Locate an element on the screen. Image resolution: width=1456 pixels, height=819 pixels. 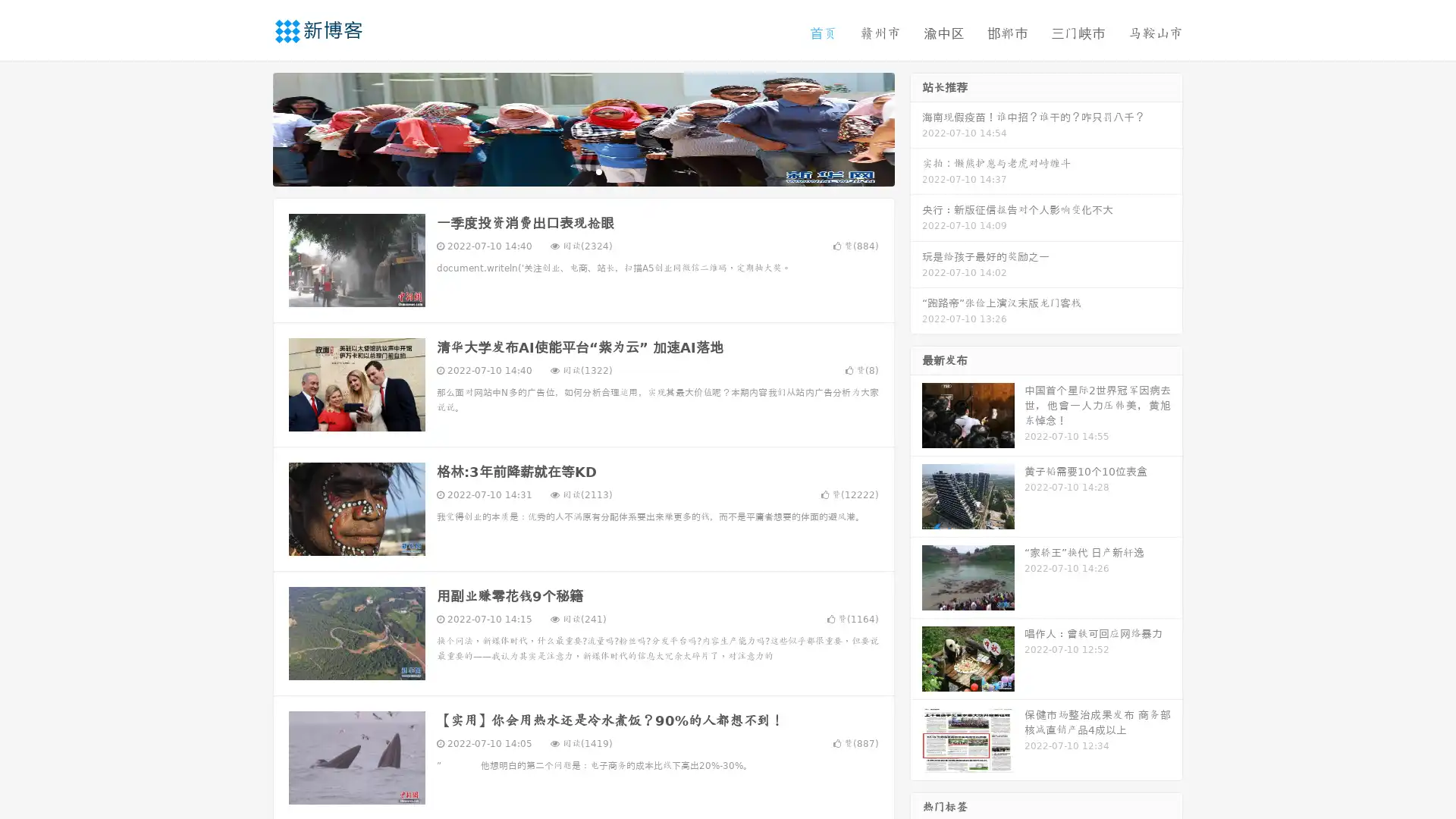
Next slide is located at coordinates (916, 127).